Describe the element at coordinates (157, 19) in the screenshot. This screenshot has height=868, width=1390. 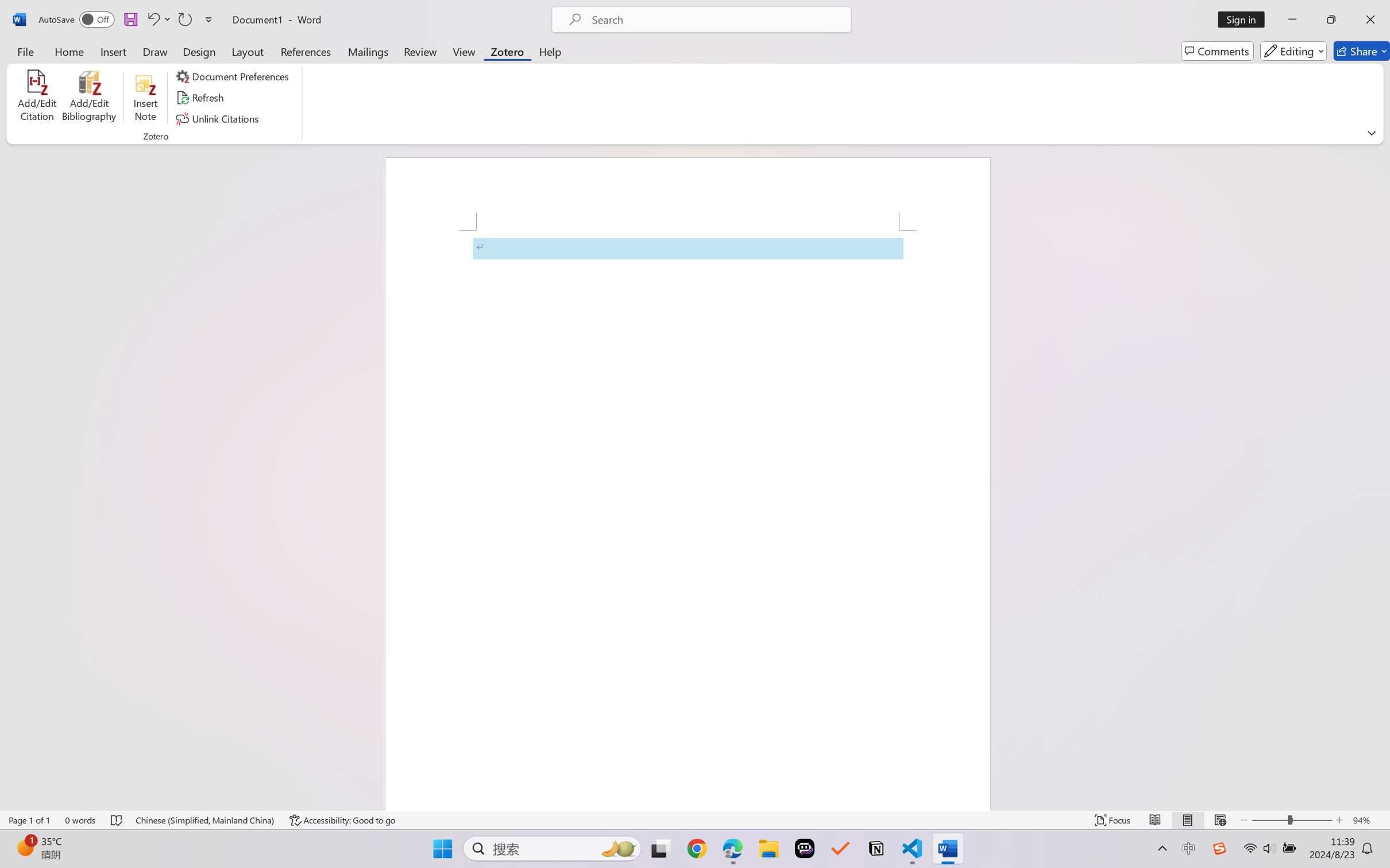
I see `'Undo Apply Quick Style'` at that location.